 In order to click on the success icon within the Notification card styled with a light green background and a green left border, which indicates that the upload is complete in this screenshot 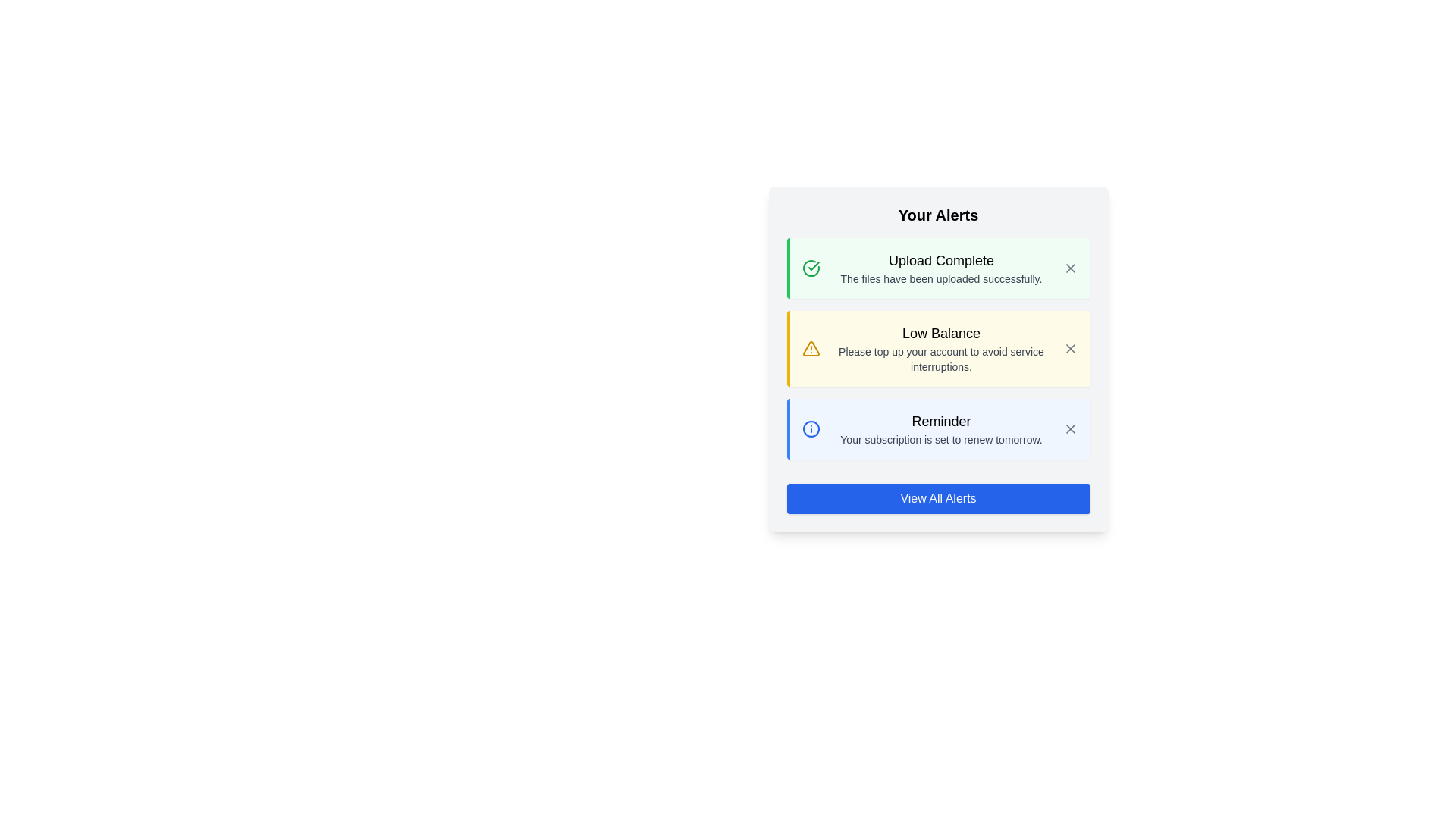, I will do `click(937, 268)`.